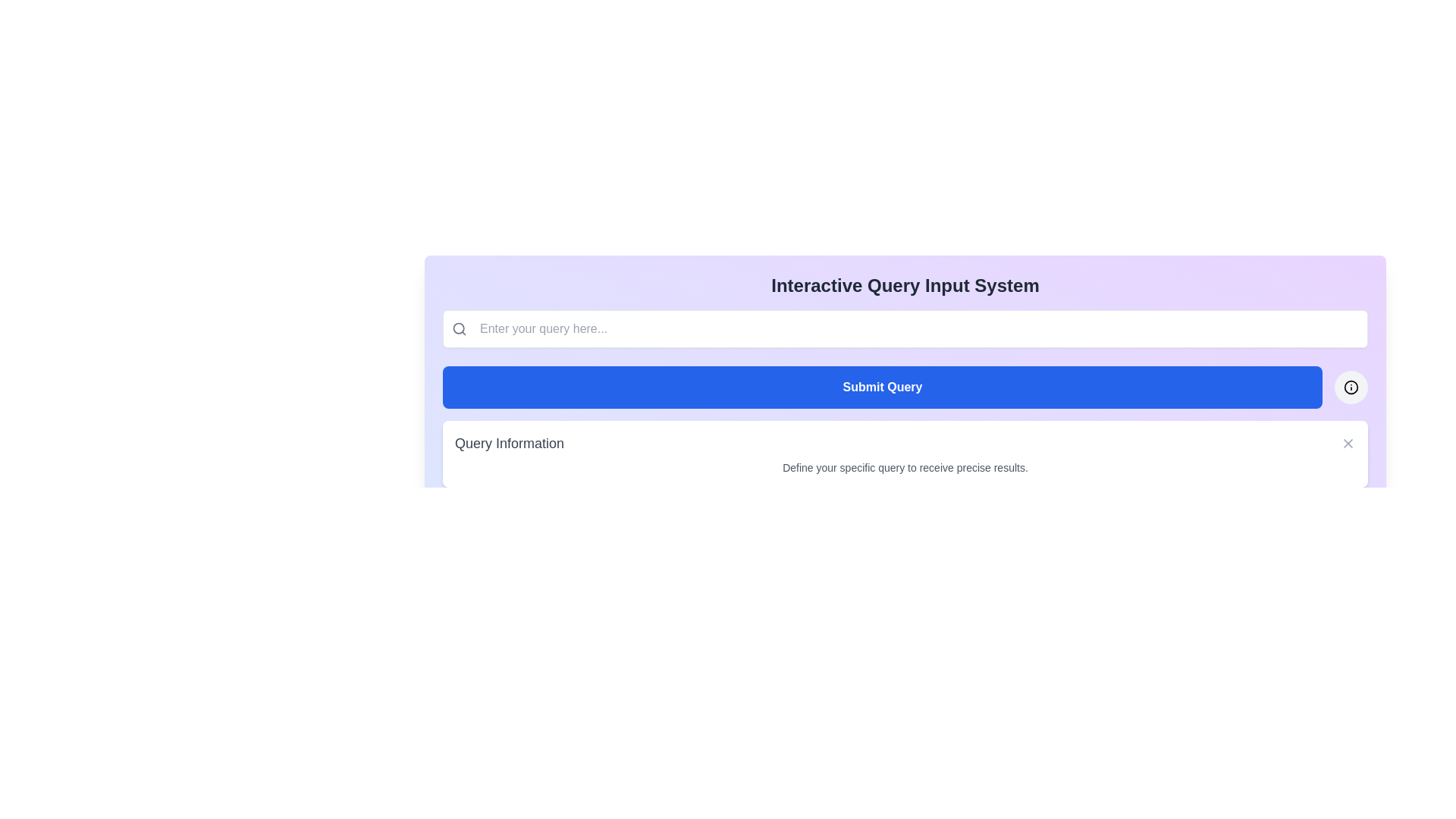 The height and width of the screenshot is (819, 1456). I want to click on the icon button located at the right edge of the 'Query Information' section header to observe the hover effects, so click(1348, 444).